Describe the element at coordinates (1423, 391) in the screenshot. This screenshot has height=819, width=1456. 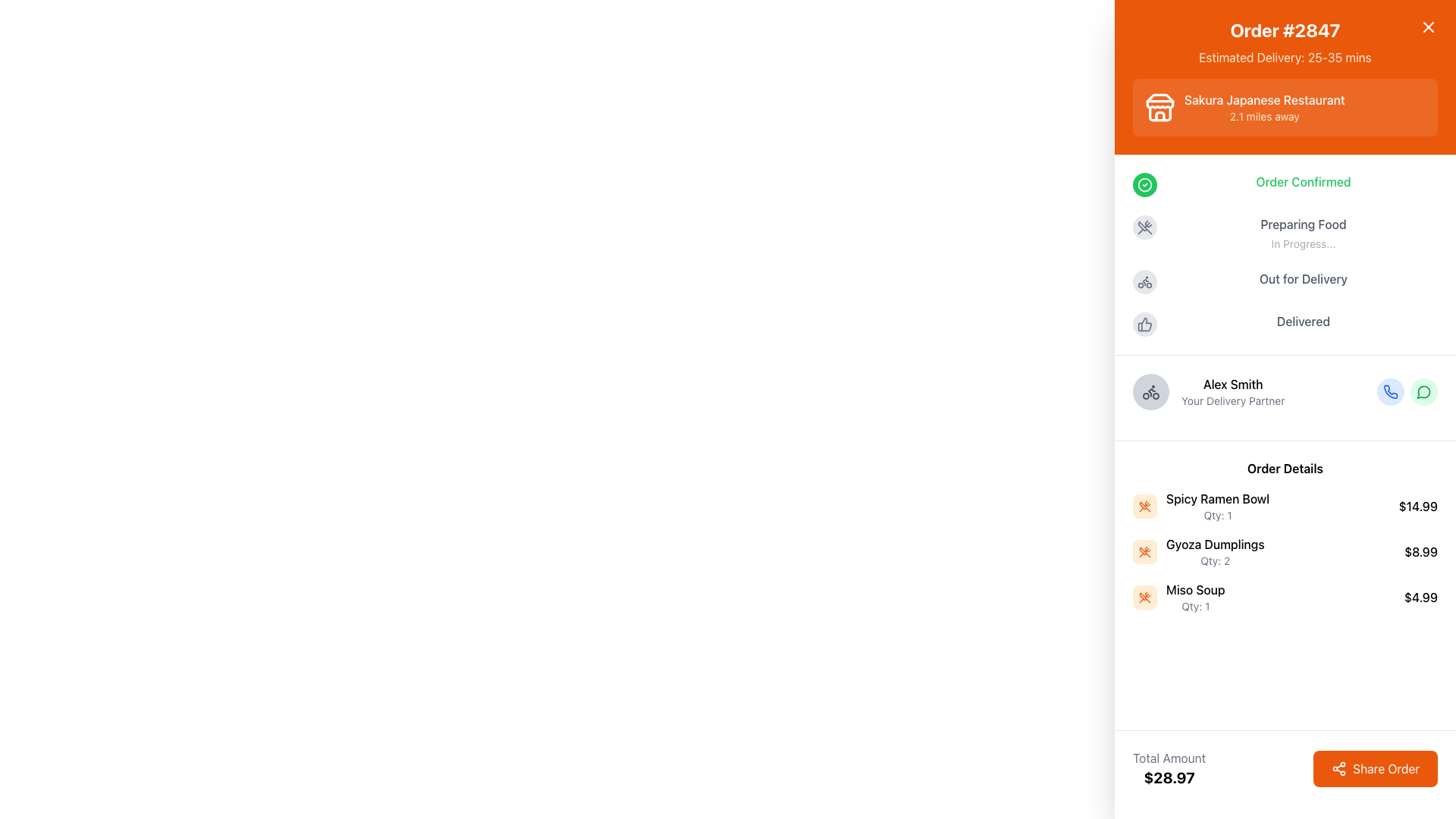
I see `the second circular icon` at that location.